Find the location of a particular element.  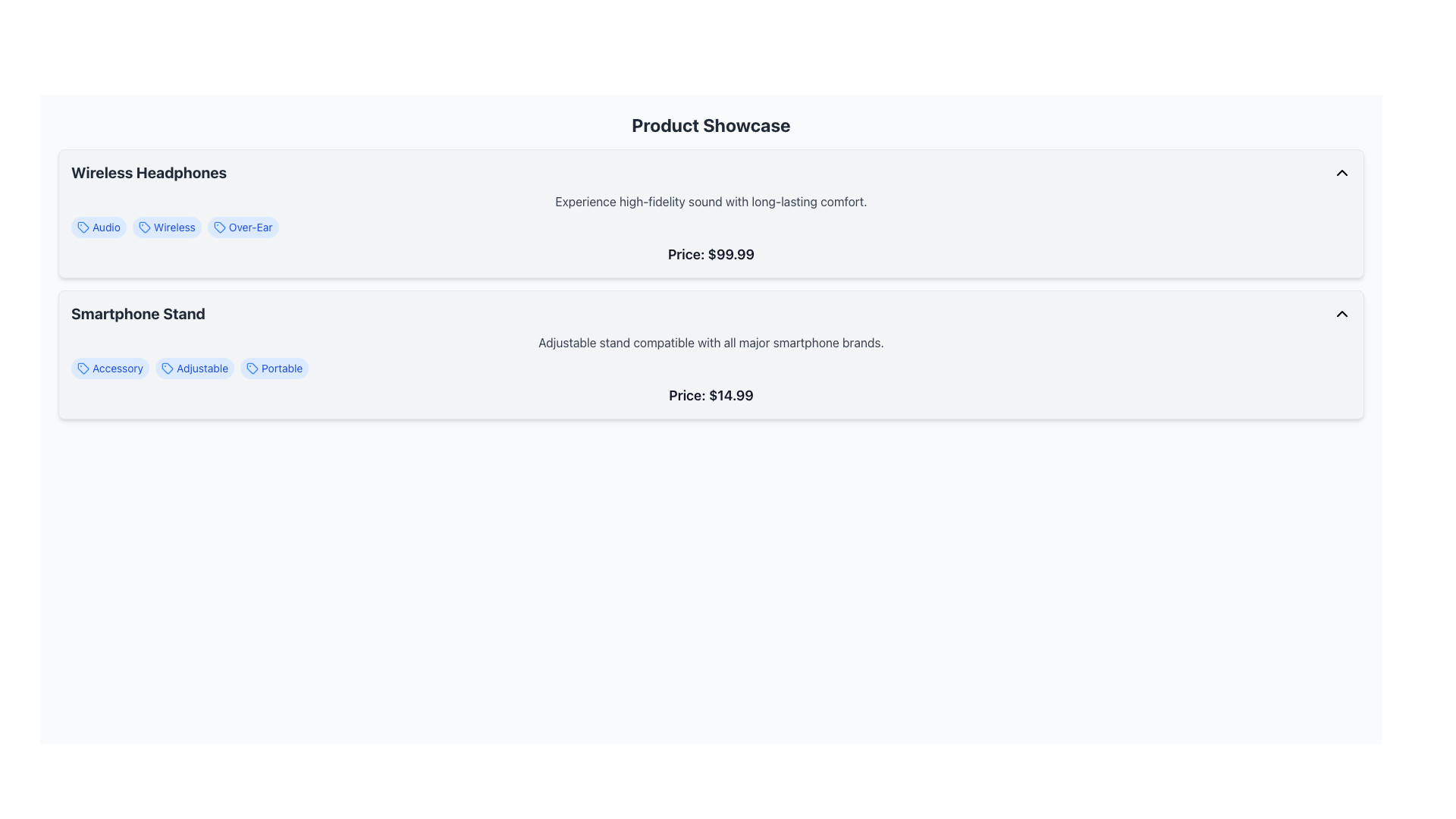

the second badge labeled 'Wireless' with a light blue background and a tag icon to interact with it is located at coordinates (167, 227).